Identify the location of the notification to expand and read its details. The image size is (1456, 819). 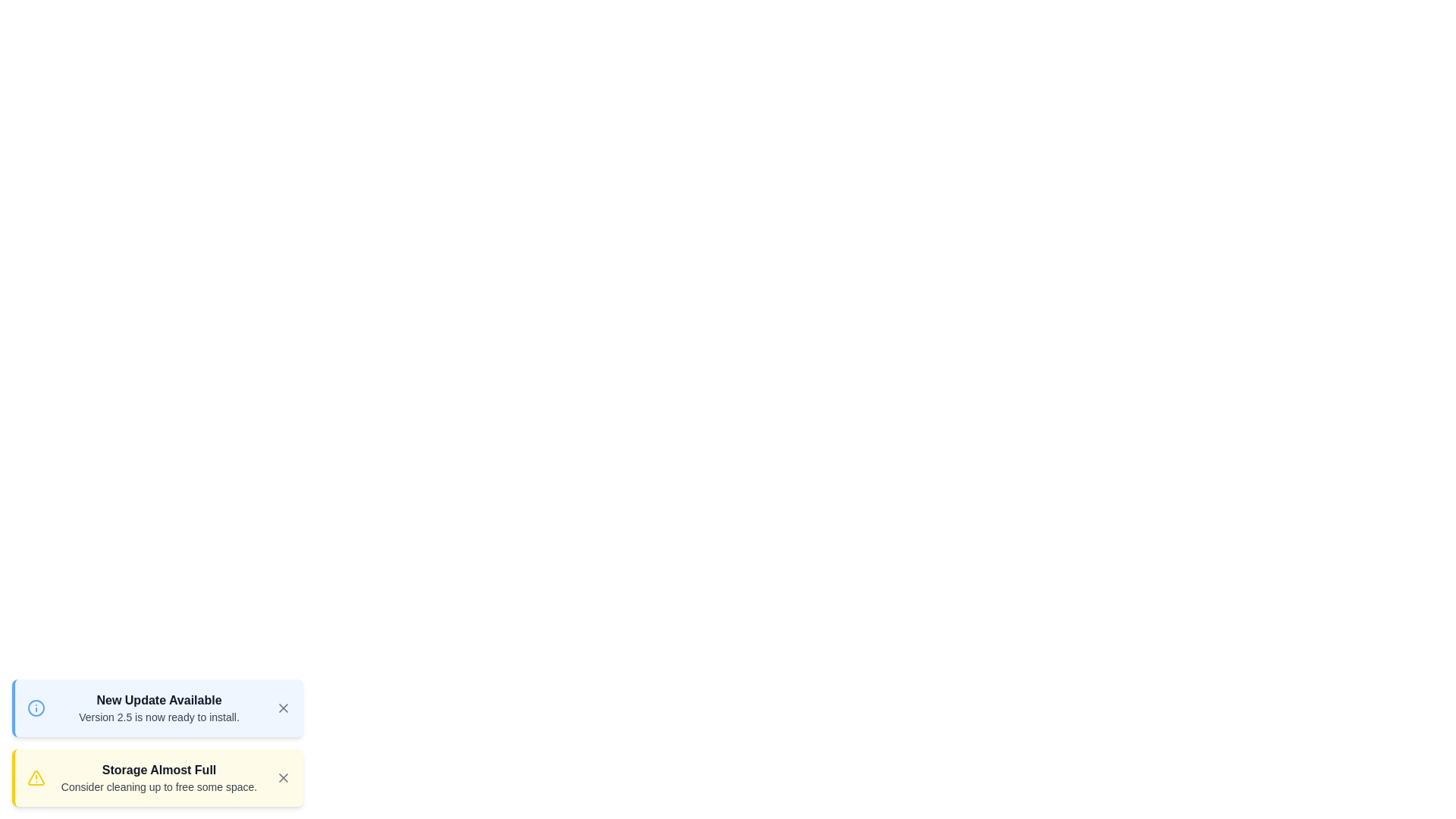
(157, 708).